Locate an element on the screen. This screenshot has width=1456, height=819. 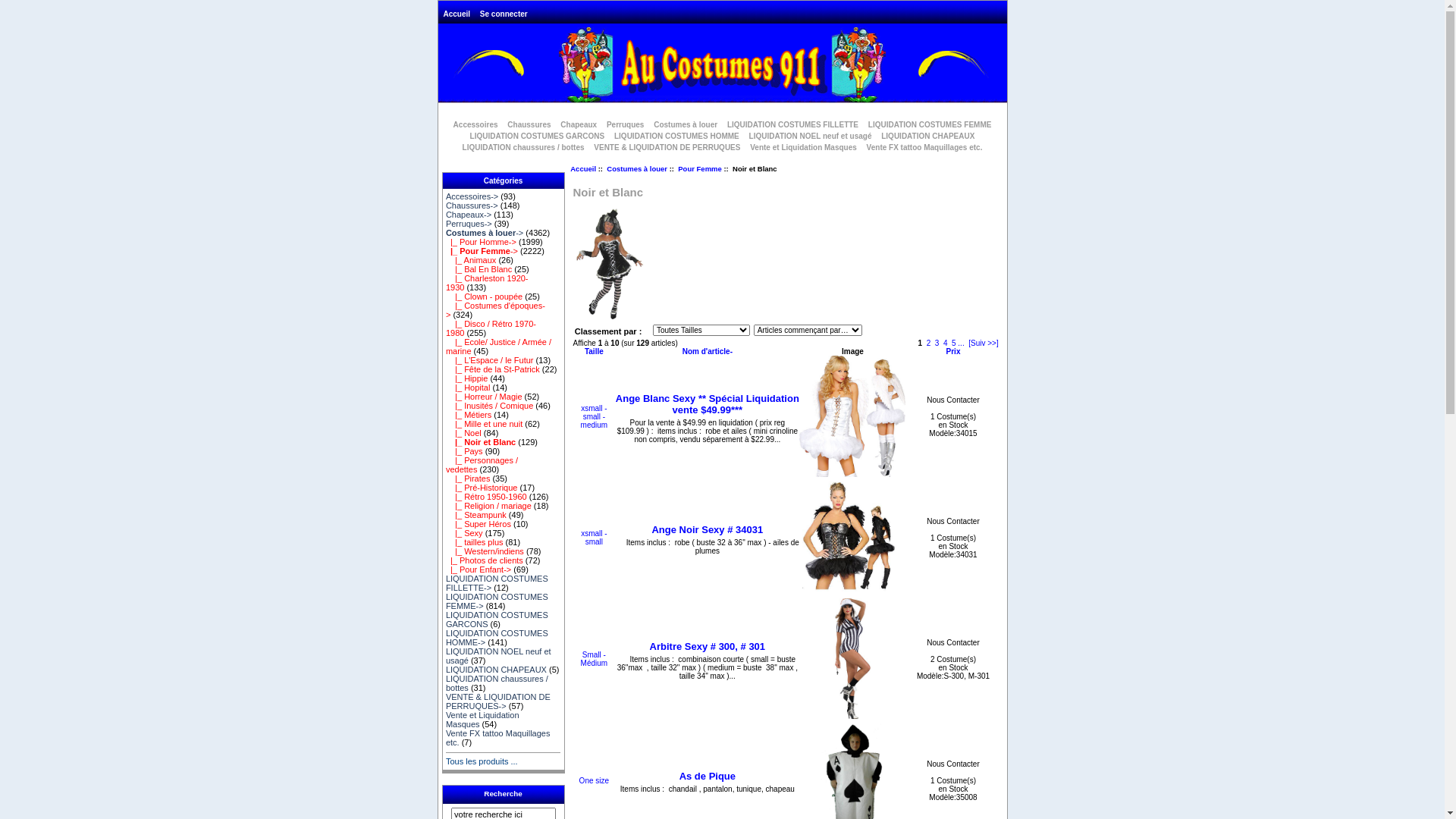
'One size' is located at coordinates (593, 780).